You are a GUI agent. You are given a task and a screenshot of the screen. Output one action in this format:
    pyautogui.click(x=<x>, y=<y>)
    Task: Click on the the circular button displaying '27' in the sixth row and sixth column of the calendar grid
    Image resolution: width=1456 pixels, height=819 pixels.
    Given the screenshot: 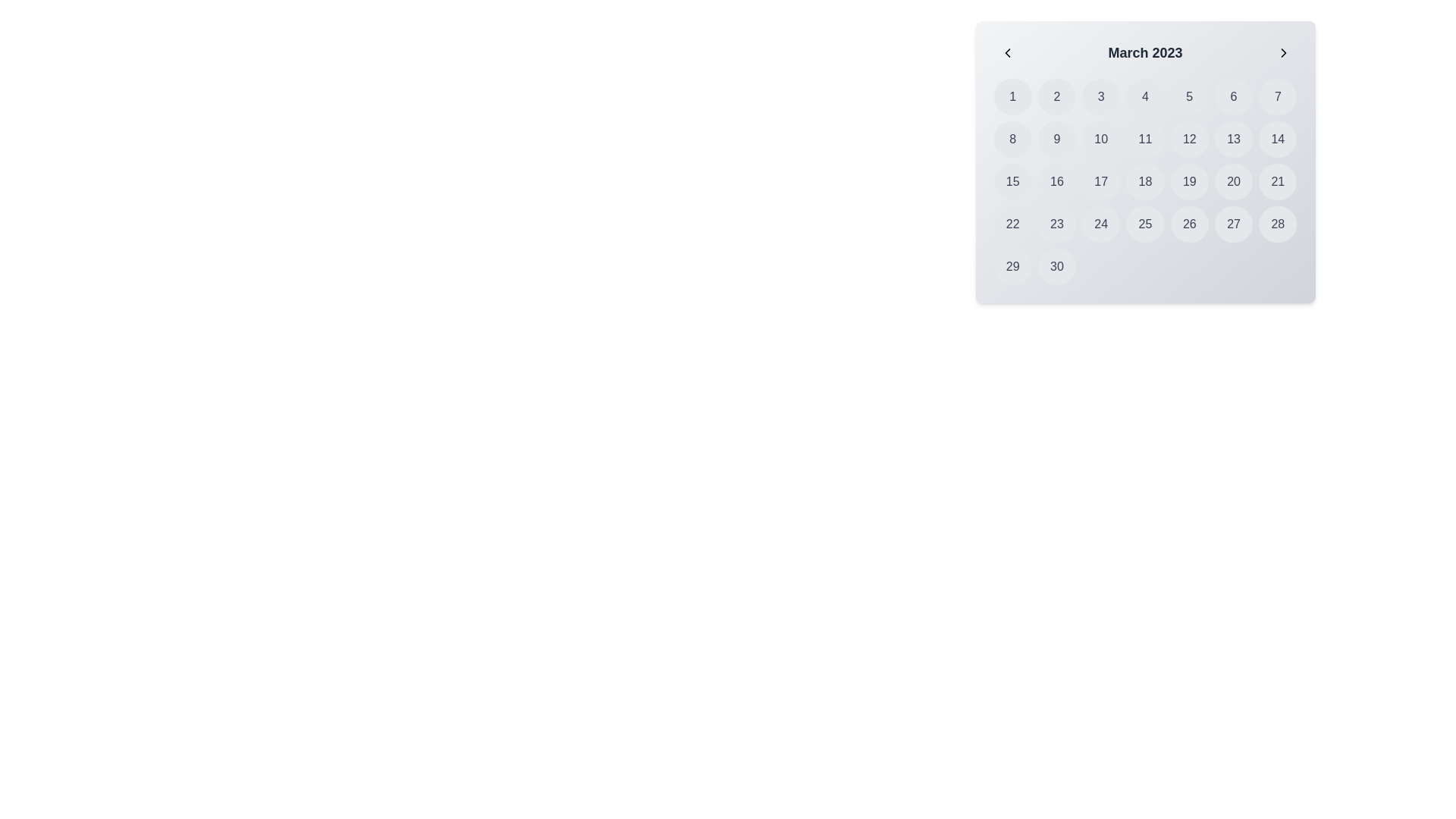 What is the action you would take?
    pyautogui.click(x=1234, y=224)
    